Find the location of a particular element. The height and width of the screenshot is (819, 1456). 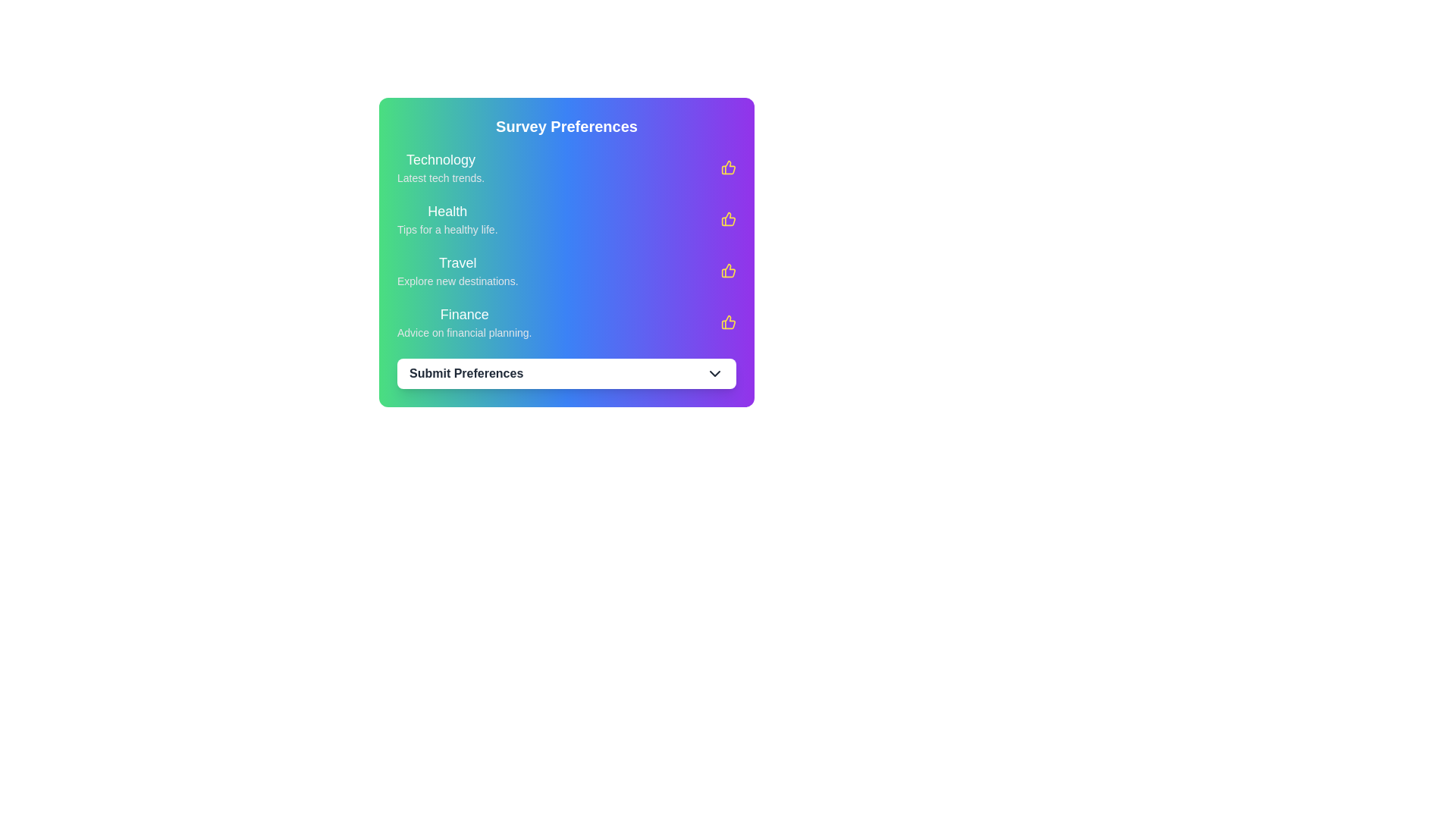

the text label providing additional descriptive information about 'Finance' in the 'Survey Preferences' section is located at coordinates (463, 332).